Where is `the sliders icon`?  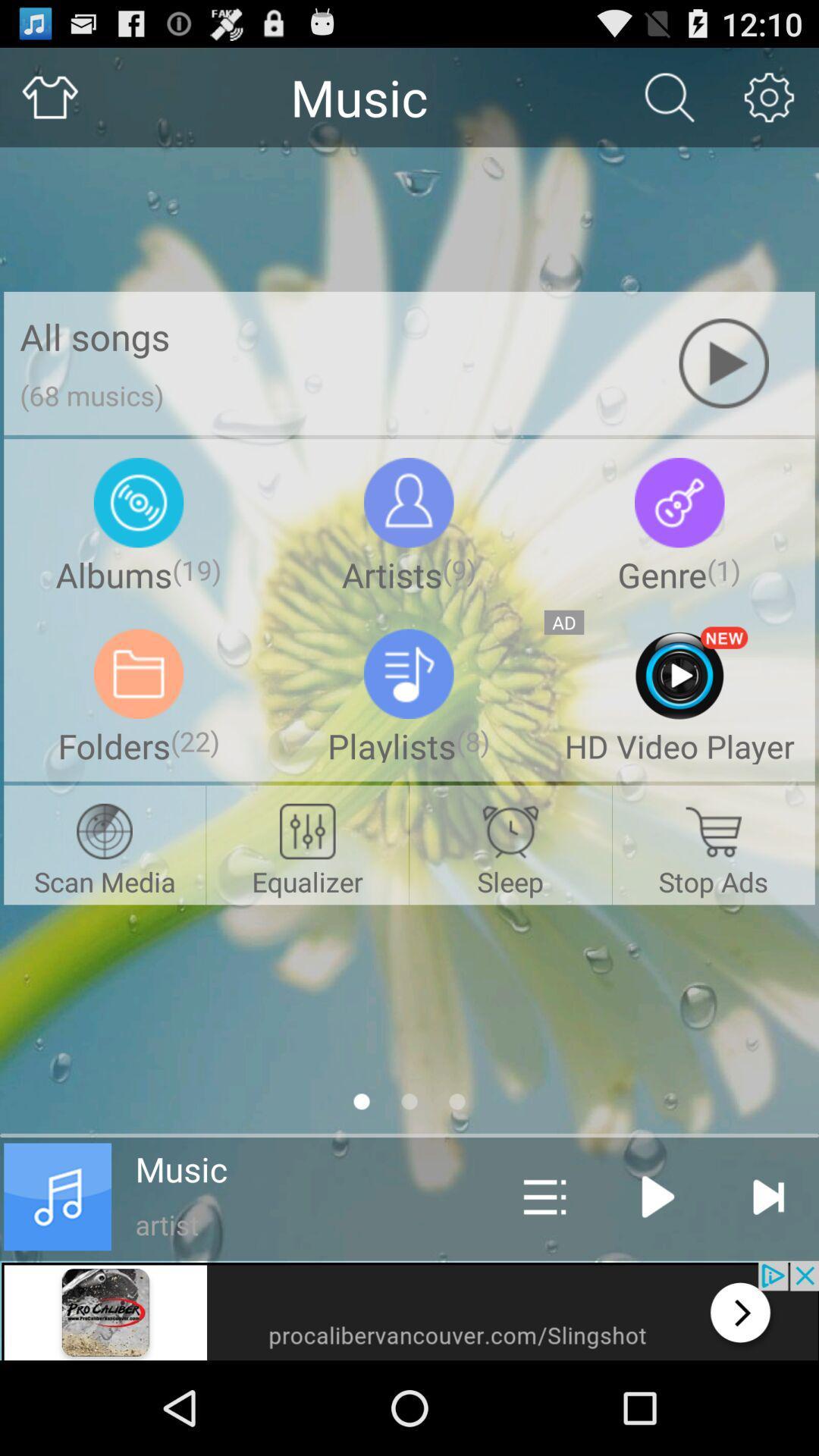 the sliders icon is located at coordinates (544, 1280).